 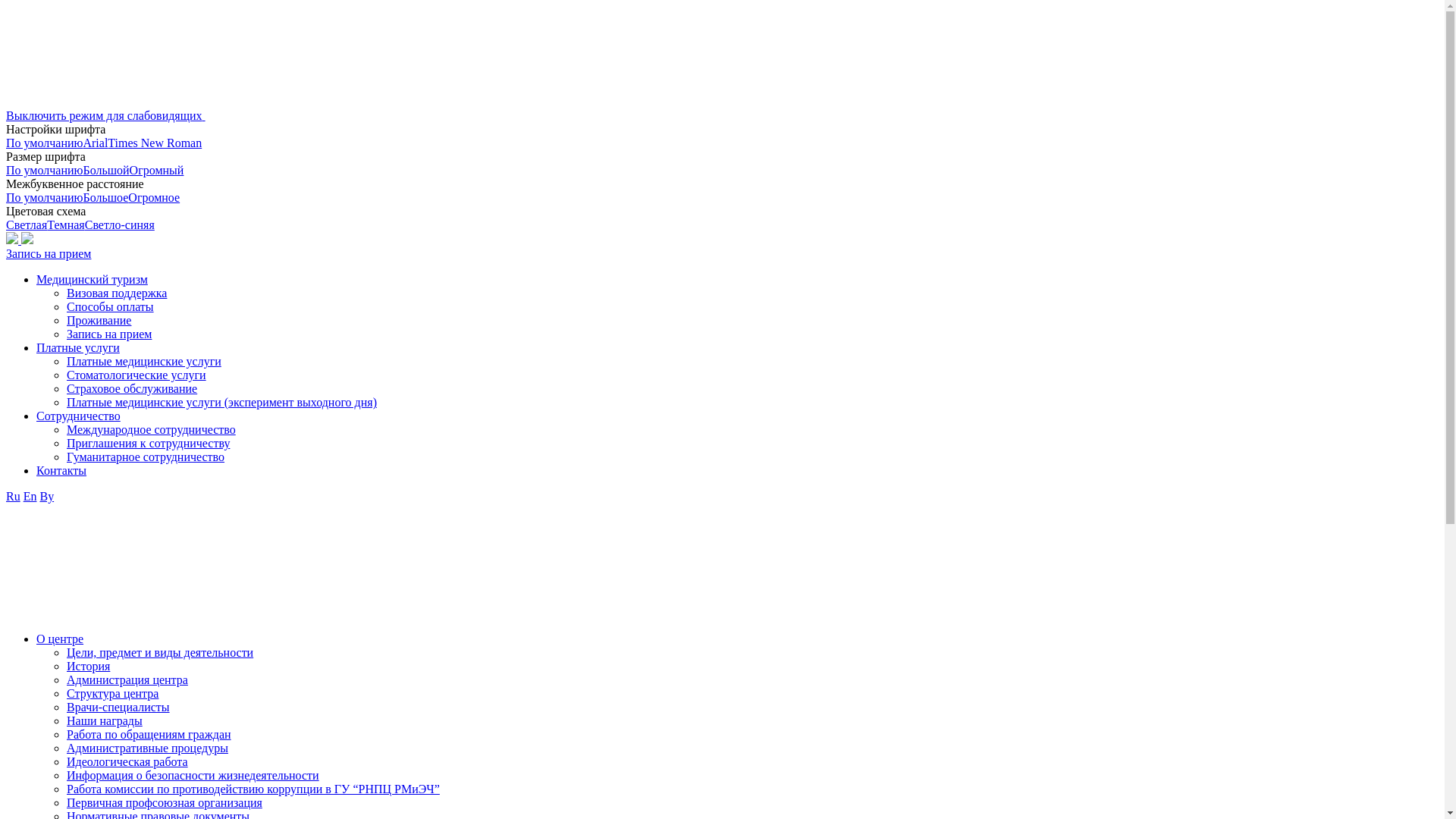 What do you see at coordinates (155, 143) in the screenshot?
I see `'Times New Roman'` at bounding box center [155, 143].